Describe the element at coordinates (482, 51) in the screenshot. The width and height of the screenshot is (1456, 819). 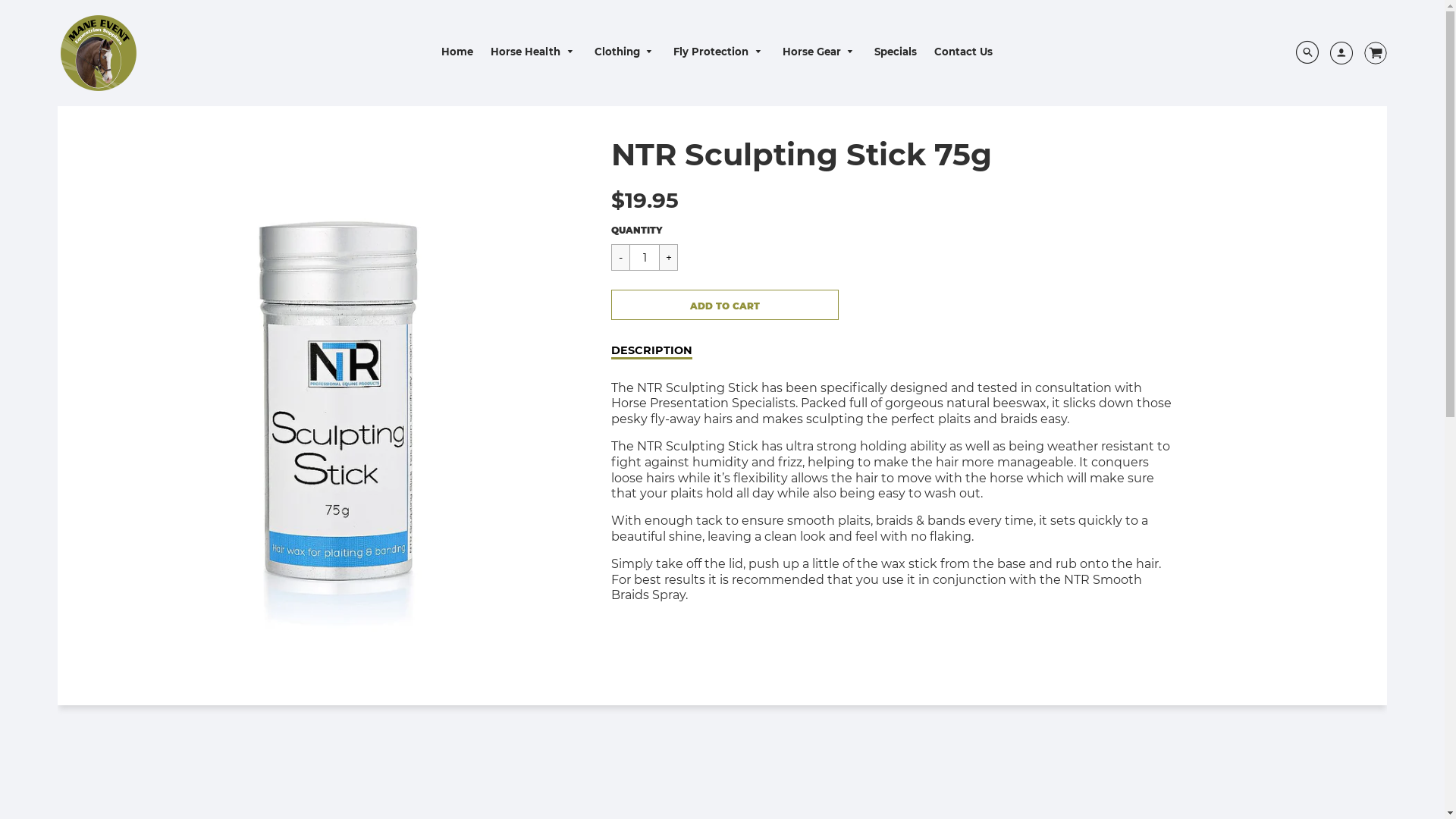
I see `'Horse Health'` at that location.